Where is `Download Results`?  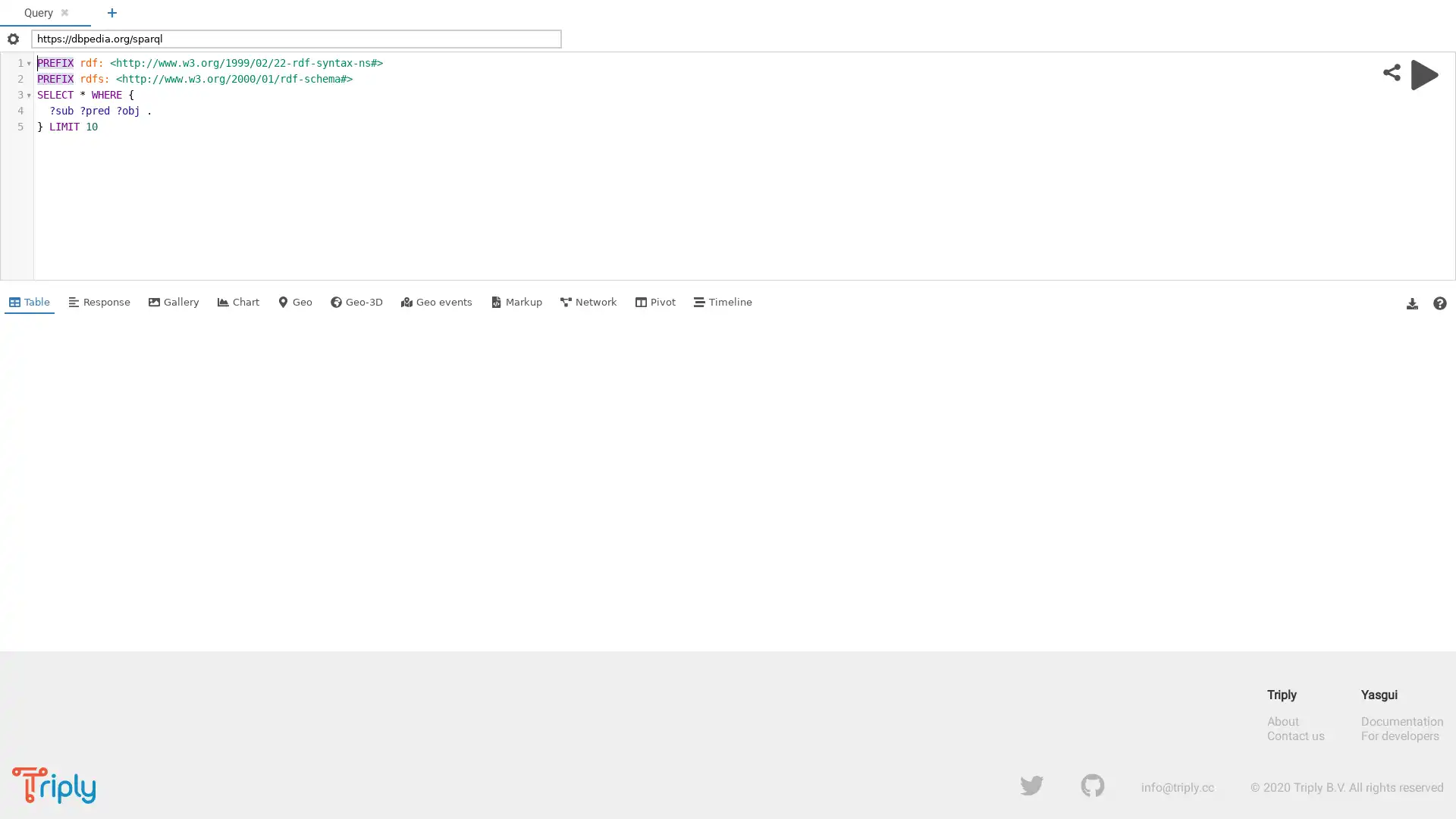 Download Results is located at coordinates (1411, 303).